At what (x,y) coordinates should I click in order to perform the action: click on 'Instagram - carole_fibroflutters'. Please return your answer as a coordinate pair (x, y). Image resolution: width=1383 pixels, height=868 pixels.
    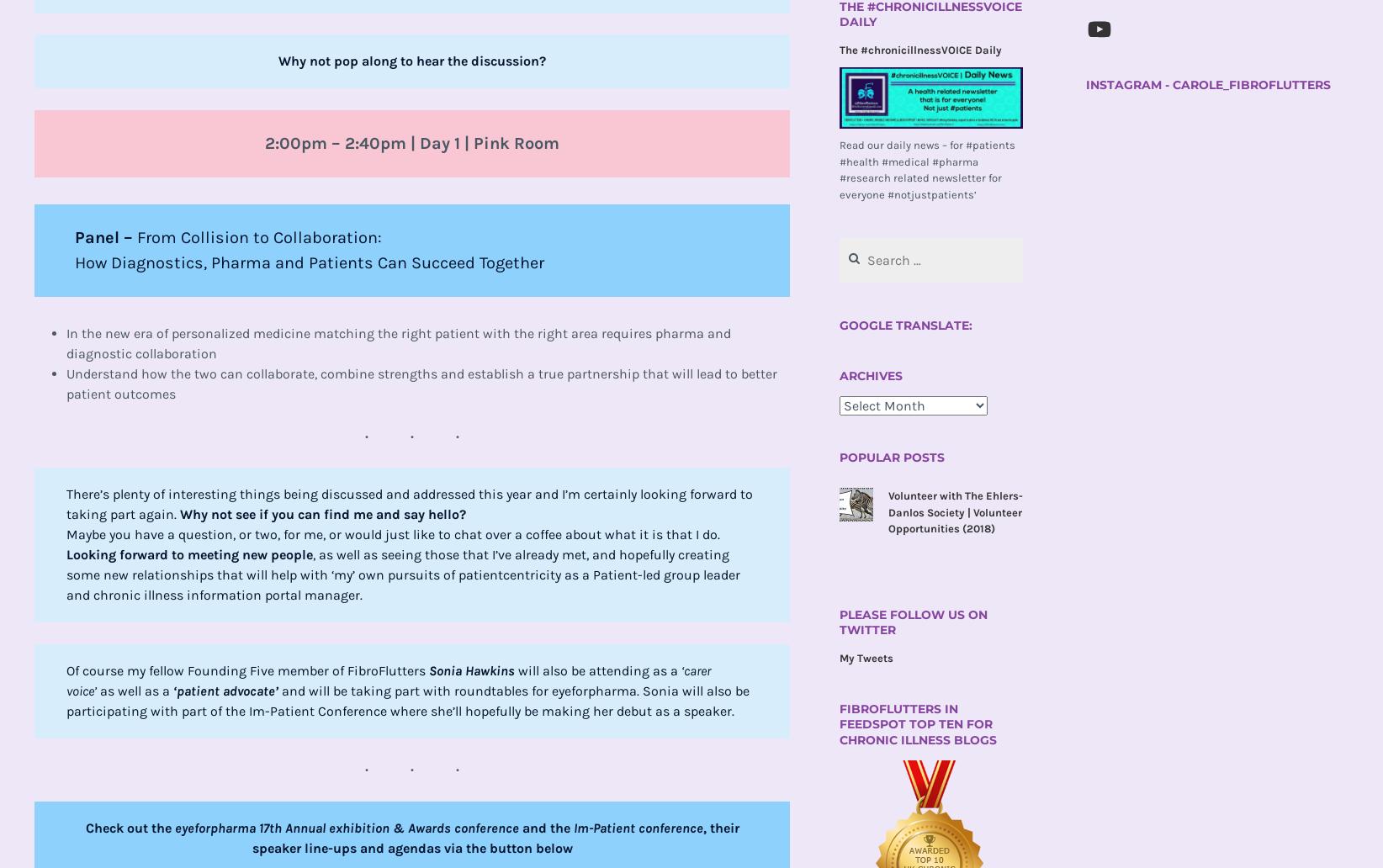
    Looking at the image, I should click on (1085, 85).